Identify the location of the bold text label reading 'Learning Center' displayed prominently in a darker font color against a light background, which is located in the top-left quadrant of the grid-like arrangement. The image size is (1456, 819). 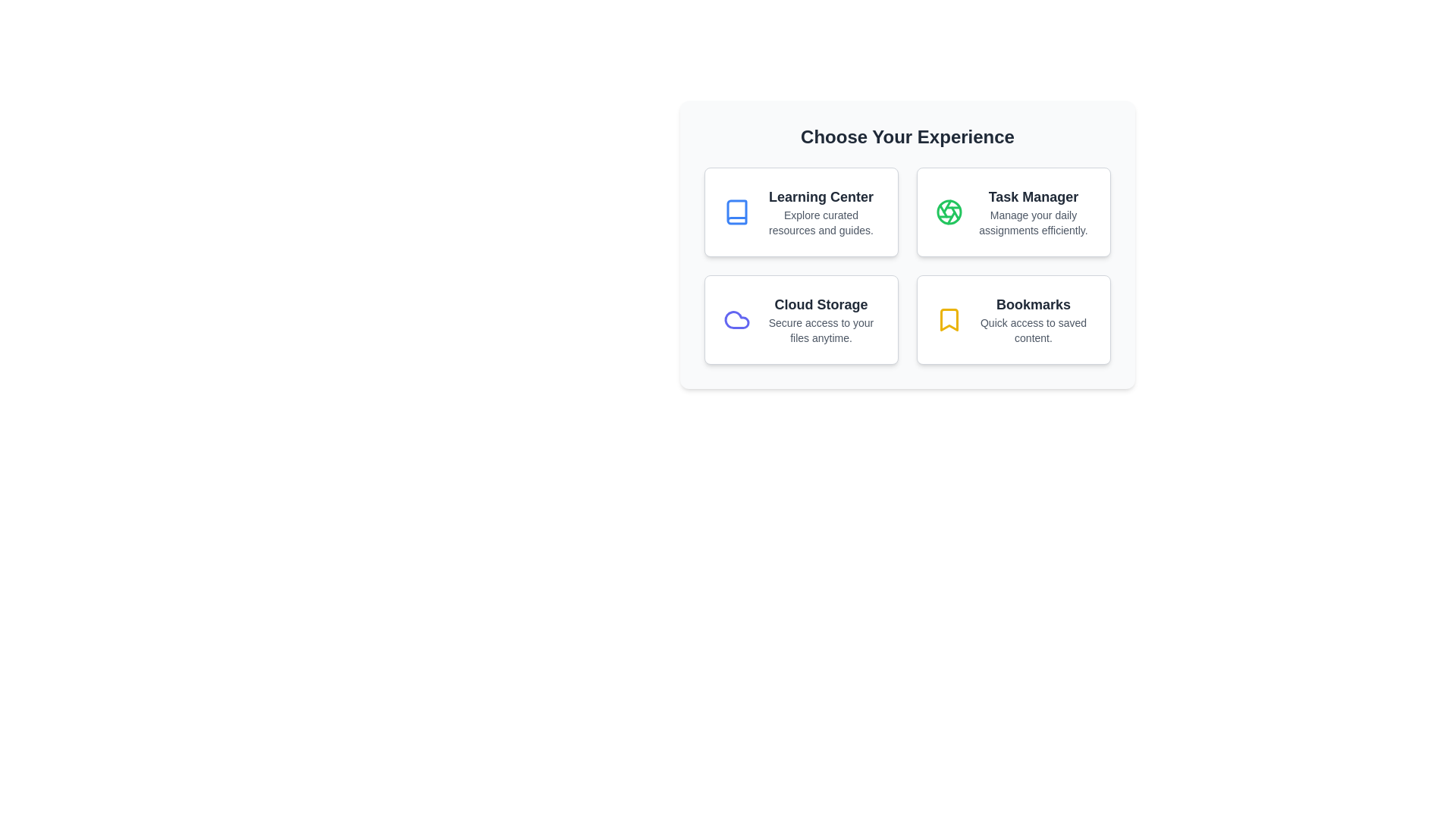
(821, 196).